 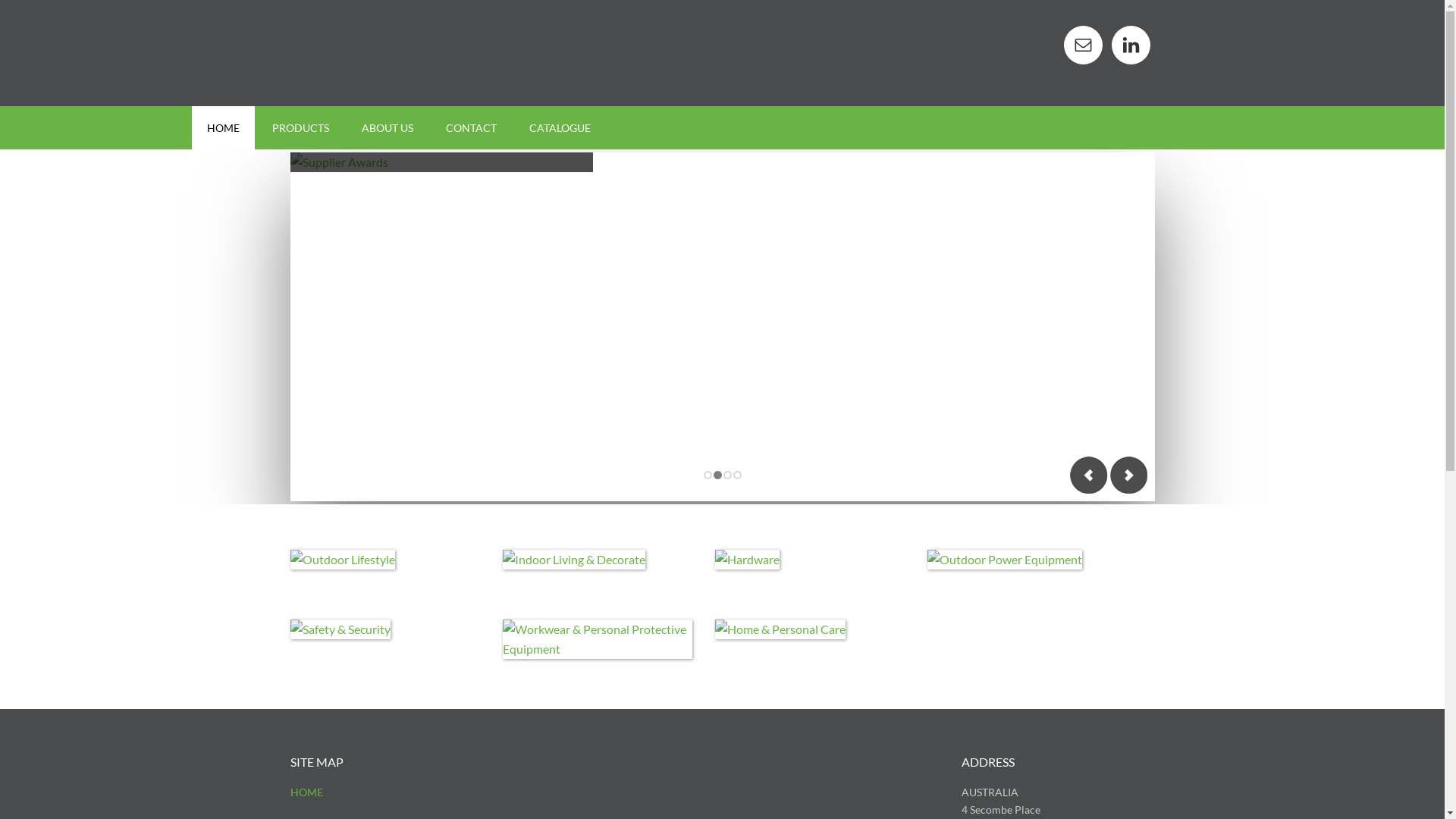 What do you see at coordinates (717, 475) in the screenshot?
I see `'2'` at bounding box center [717, 475].